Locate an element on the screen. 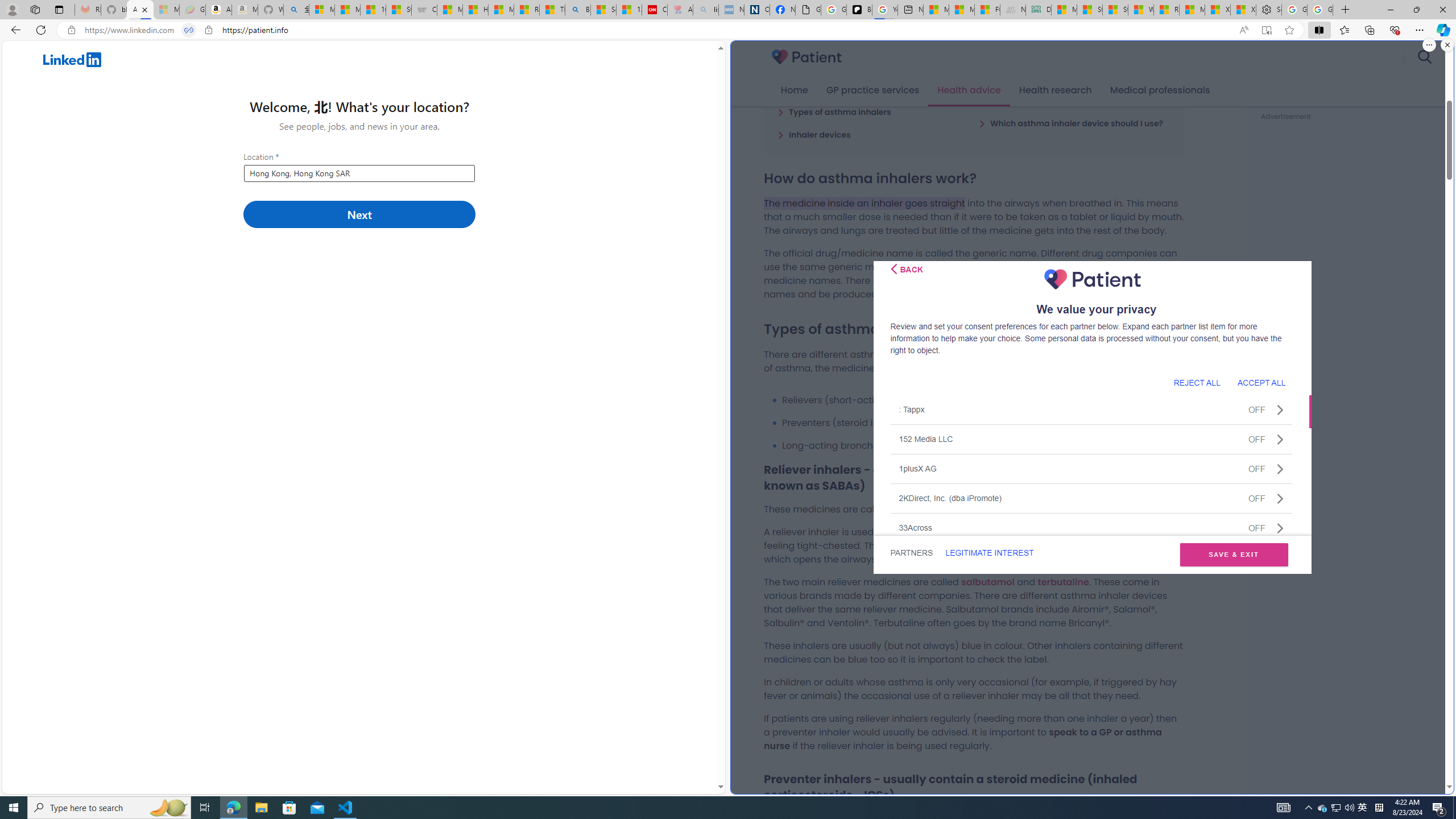 This screenshot has width=1456, height=819. 'Combat Siege' is located at coordinates (424, 9).